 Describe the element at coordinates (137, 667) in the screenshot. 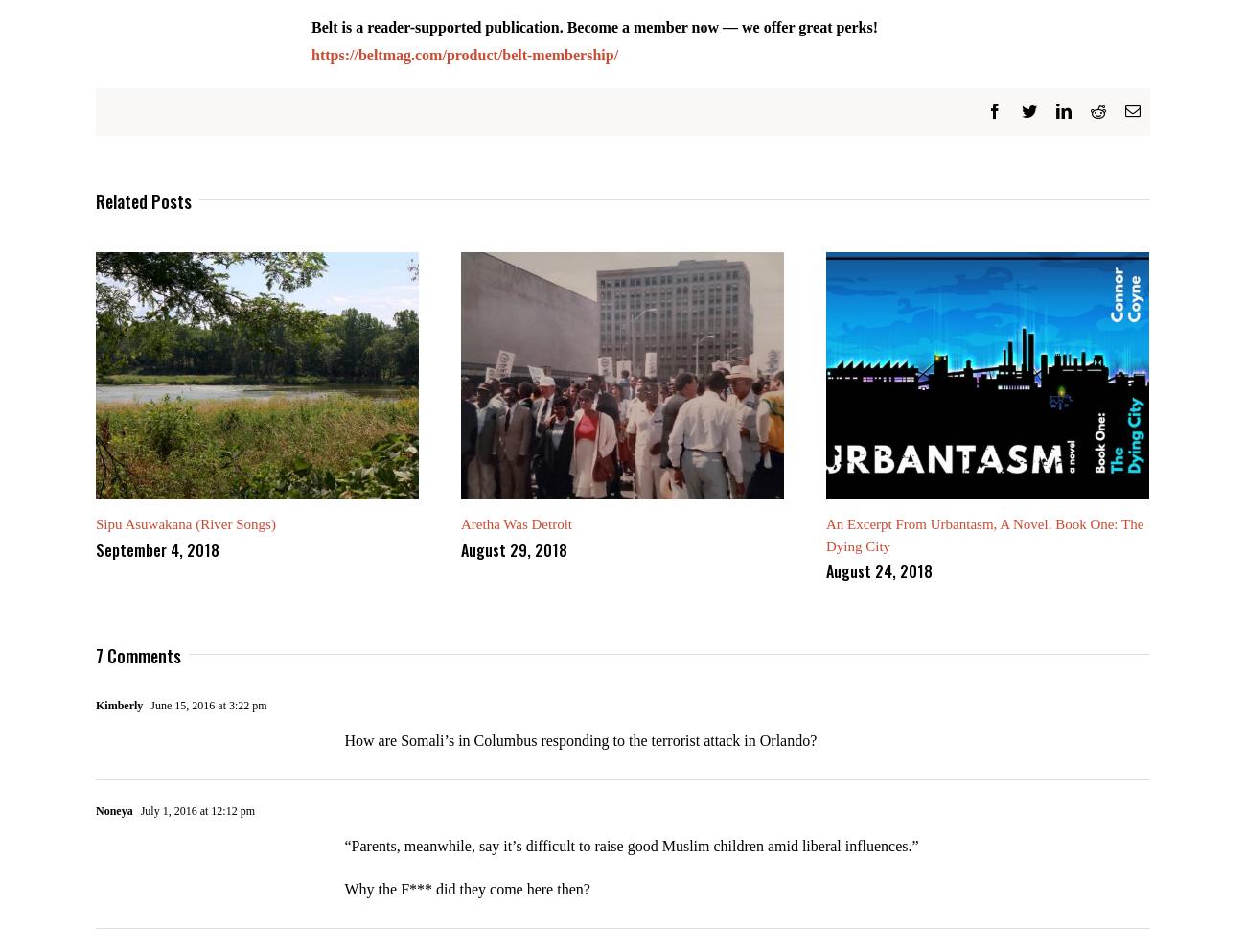

I see `'7 Comments'` at that location.